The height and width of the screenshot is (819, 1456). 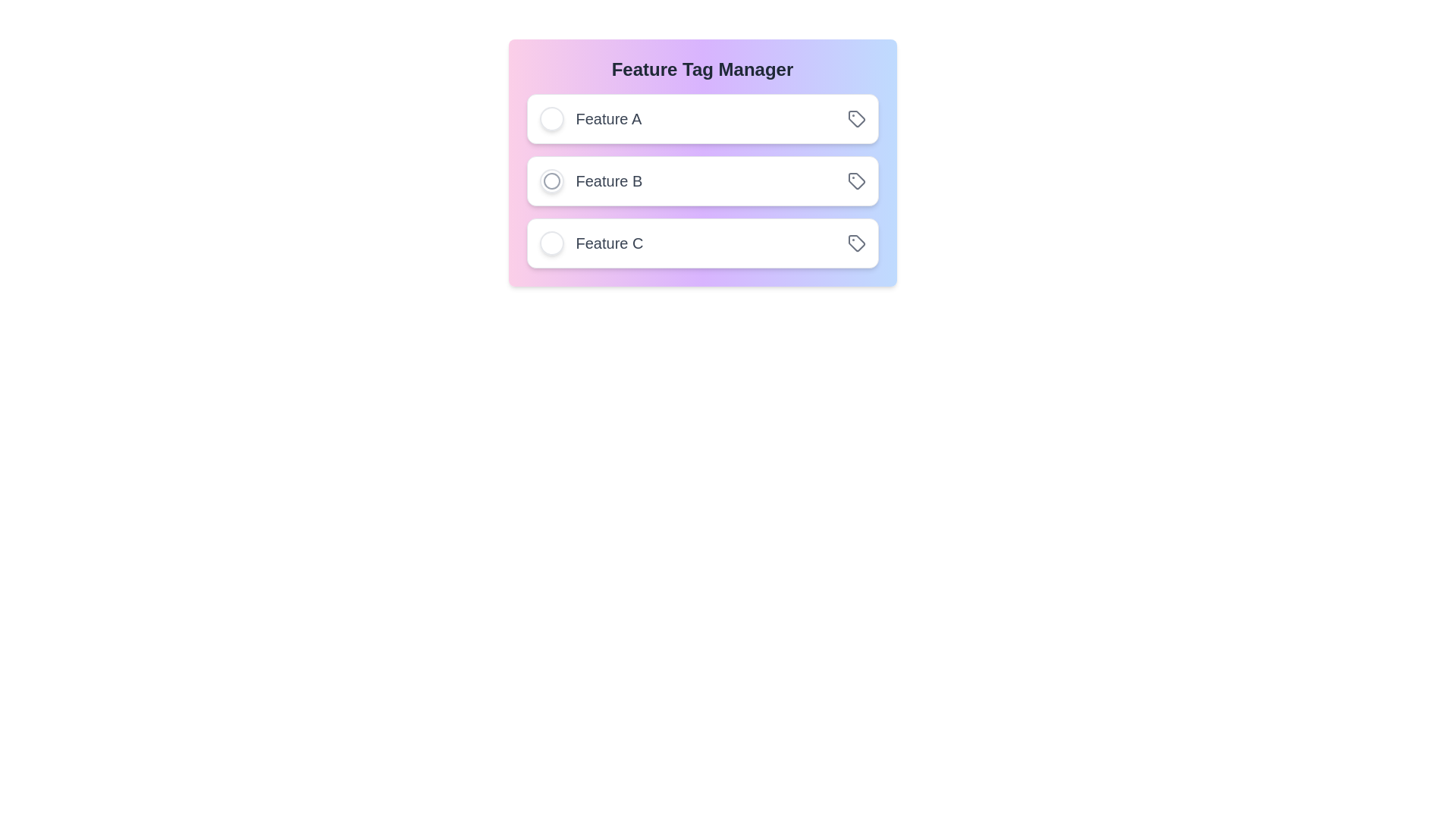 I want to click on the second circular selection indicator, which serves as a radio button for 'Feature B', so click(x=551, y=180).